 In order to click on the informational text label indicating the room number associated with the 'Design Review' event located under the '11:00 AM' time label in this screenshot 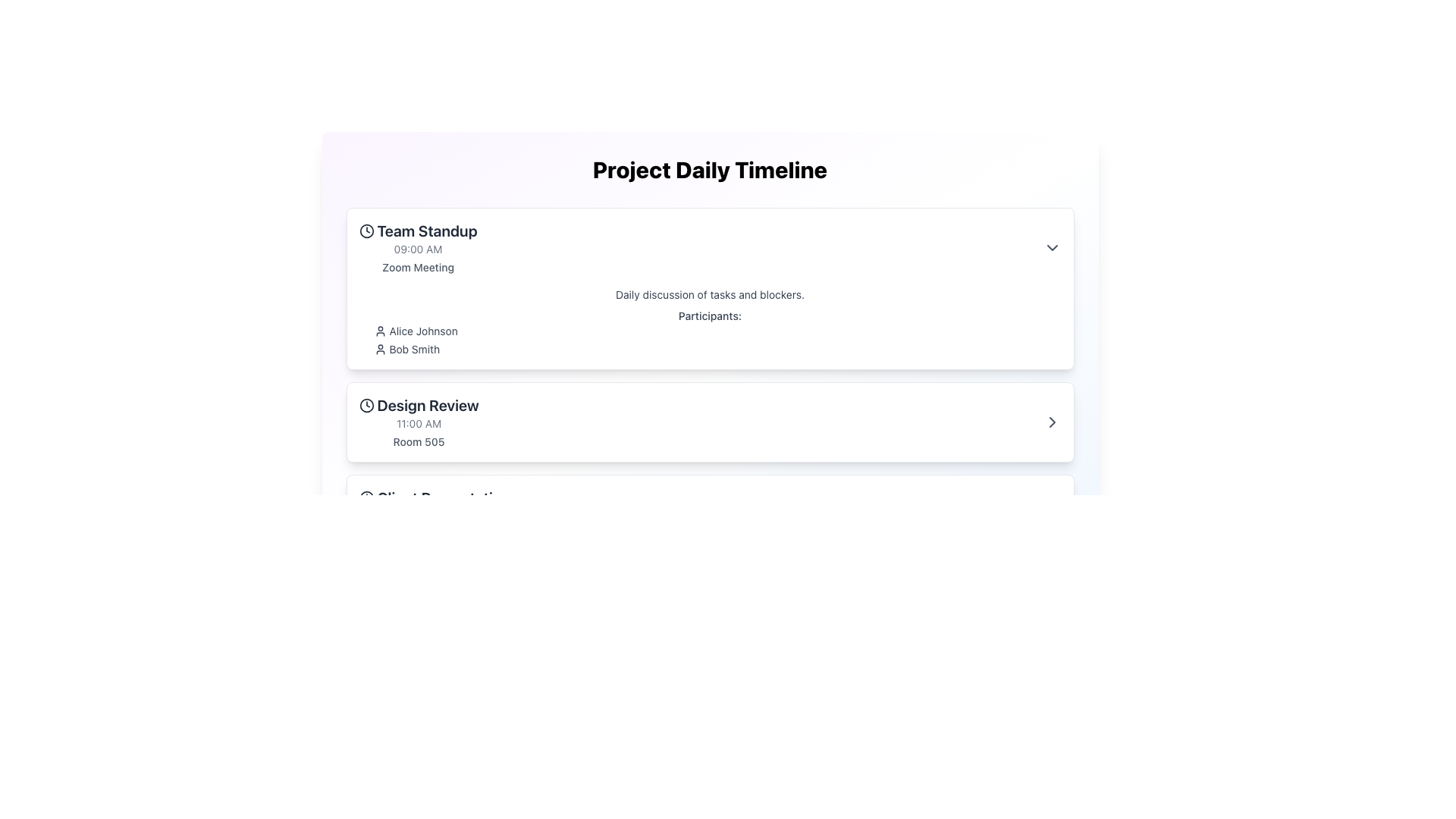, I will do `click(419, 441)`.